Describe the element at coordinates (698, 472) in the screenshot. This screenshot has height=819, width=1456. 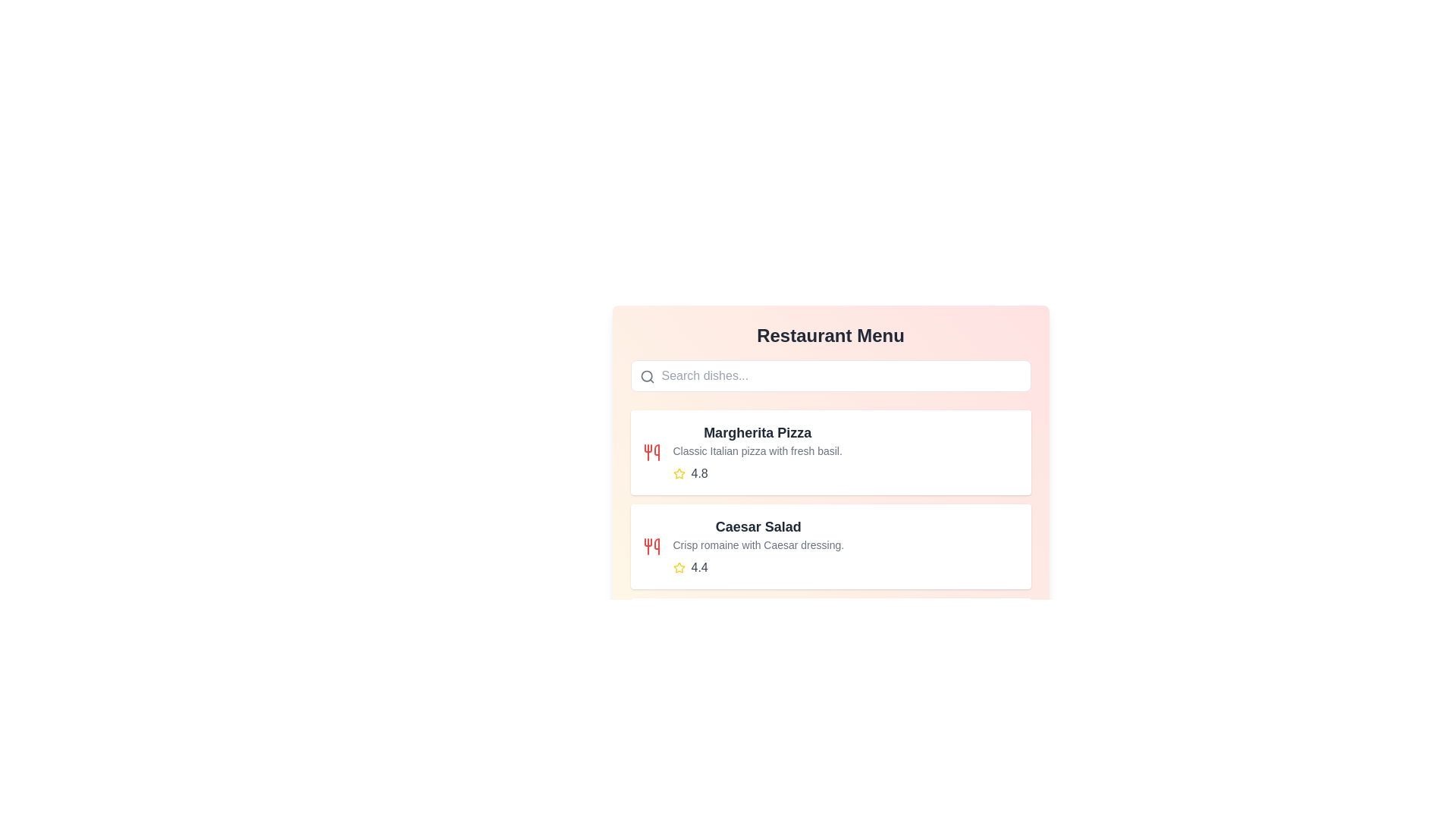
I see `the text label displaying the rating value '4.8', which is located to the immediate right of a yellow star icon in the rating display section for 'Margherita Pizza'` at that location.